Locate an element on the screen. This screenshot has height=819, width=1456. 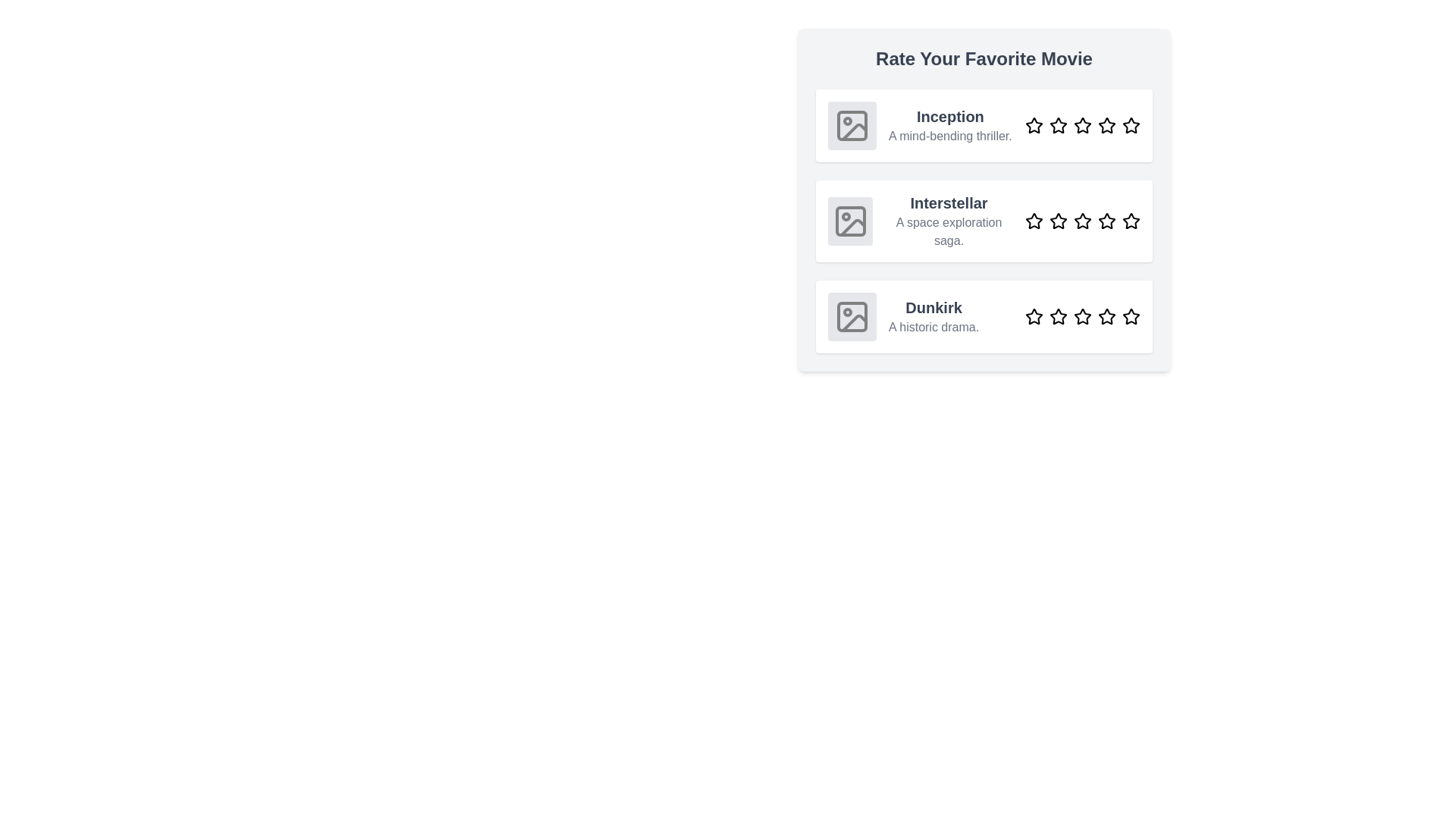
the first star icon in the rating system under the 'Dunkirk' section is located at coordinates (1033, 315).